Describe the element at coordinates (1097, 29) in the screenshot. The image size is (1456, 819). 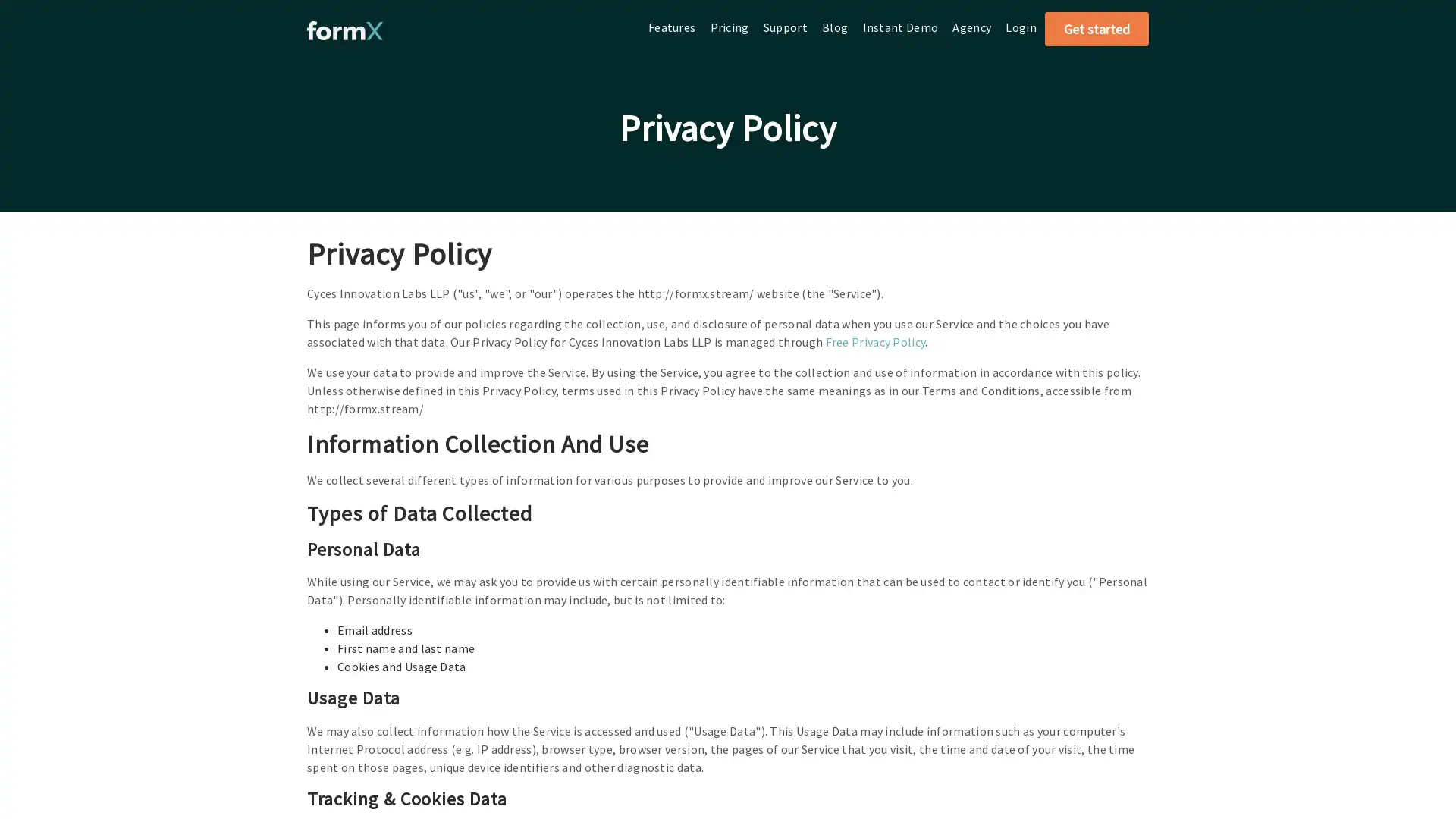
I see `Get started` at that location.